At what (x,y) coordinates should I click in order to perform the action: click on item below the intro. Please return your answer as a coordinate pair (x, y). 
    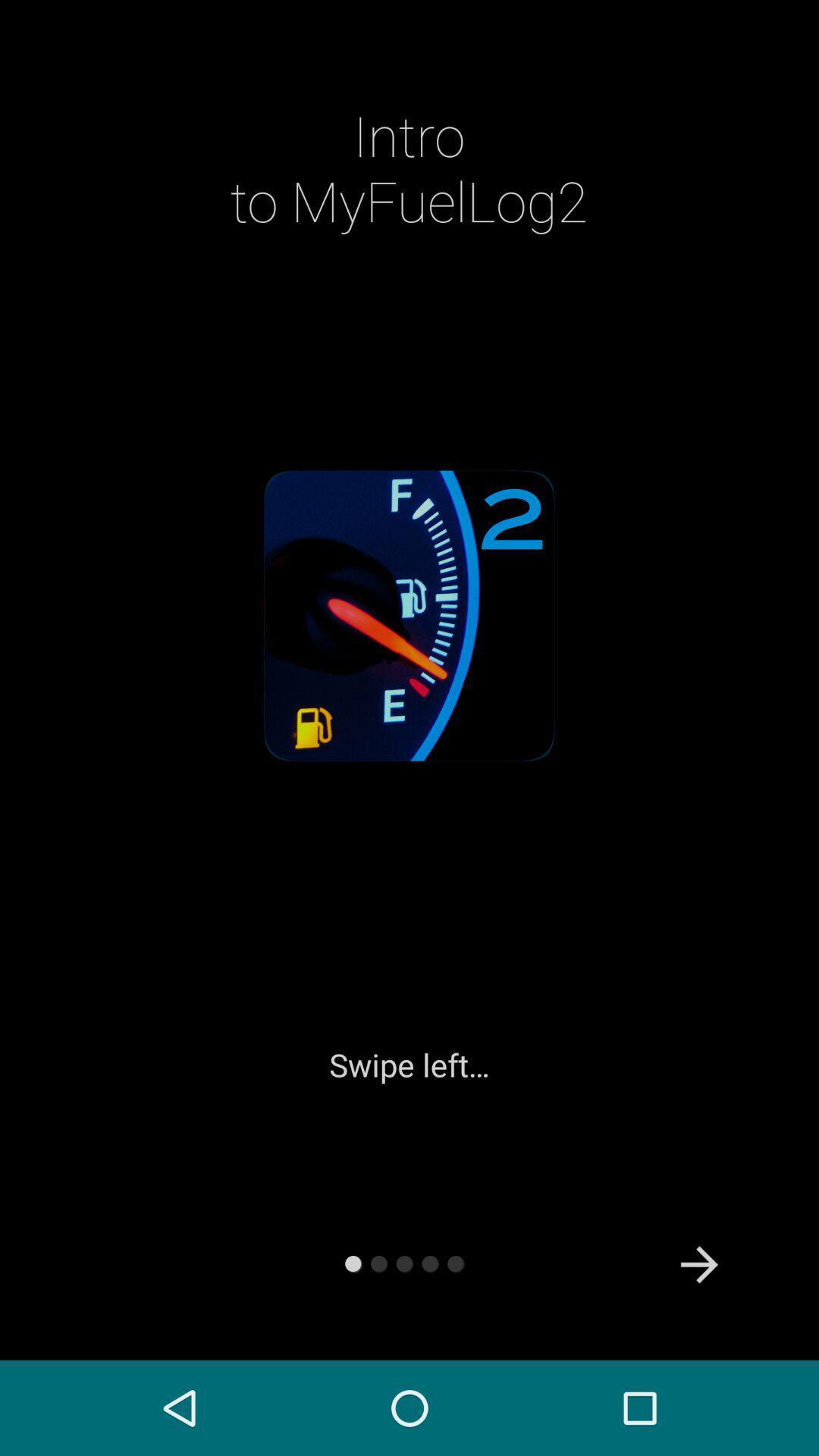
    Looking at the image, I should click on (699, 1265).